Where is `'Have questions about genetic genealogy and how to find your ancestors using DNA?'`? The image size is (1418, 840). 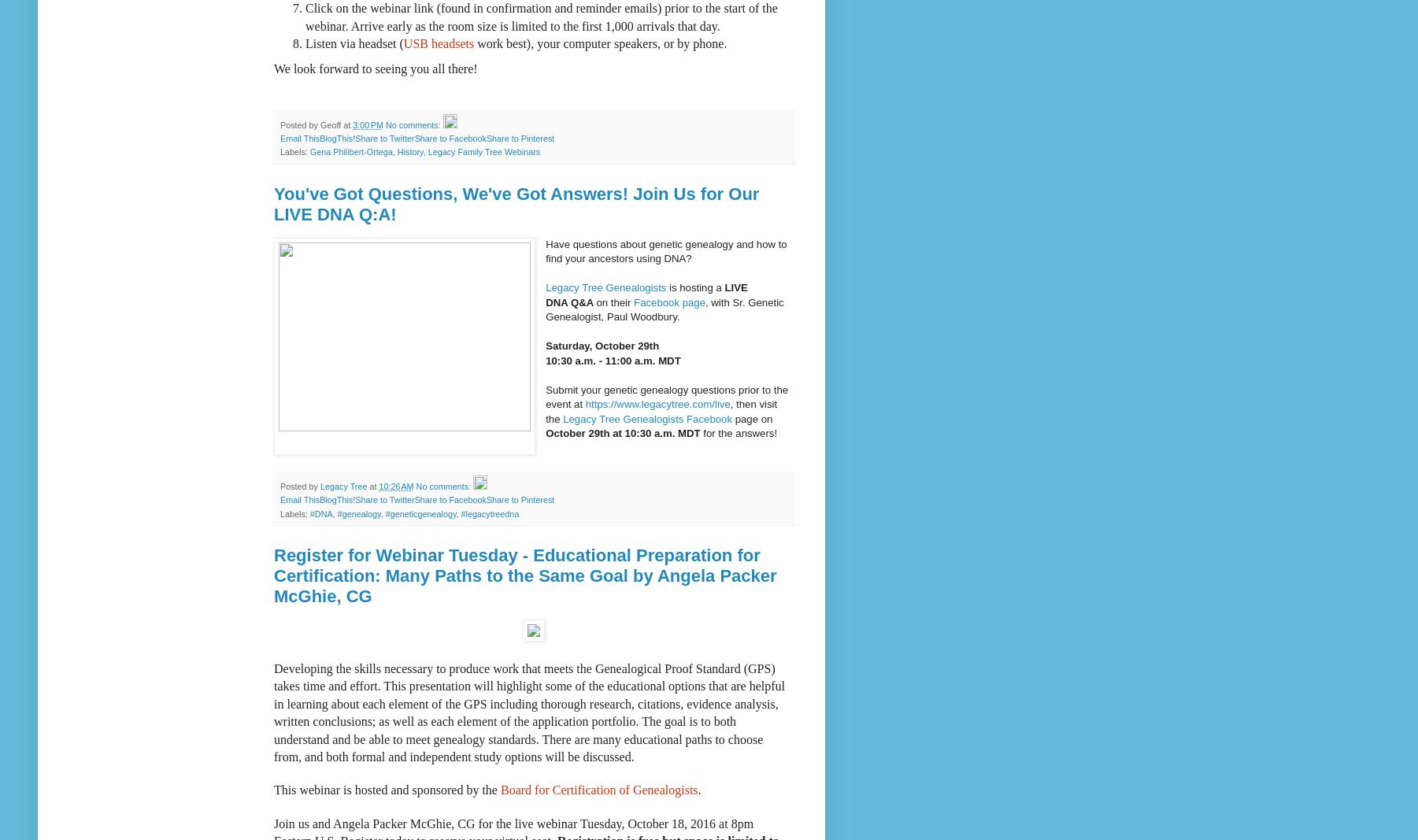 'Have questions about genetic genealogy and how to find your ancestors using DNA?' is located at coordinates (665, 251).